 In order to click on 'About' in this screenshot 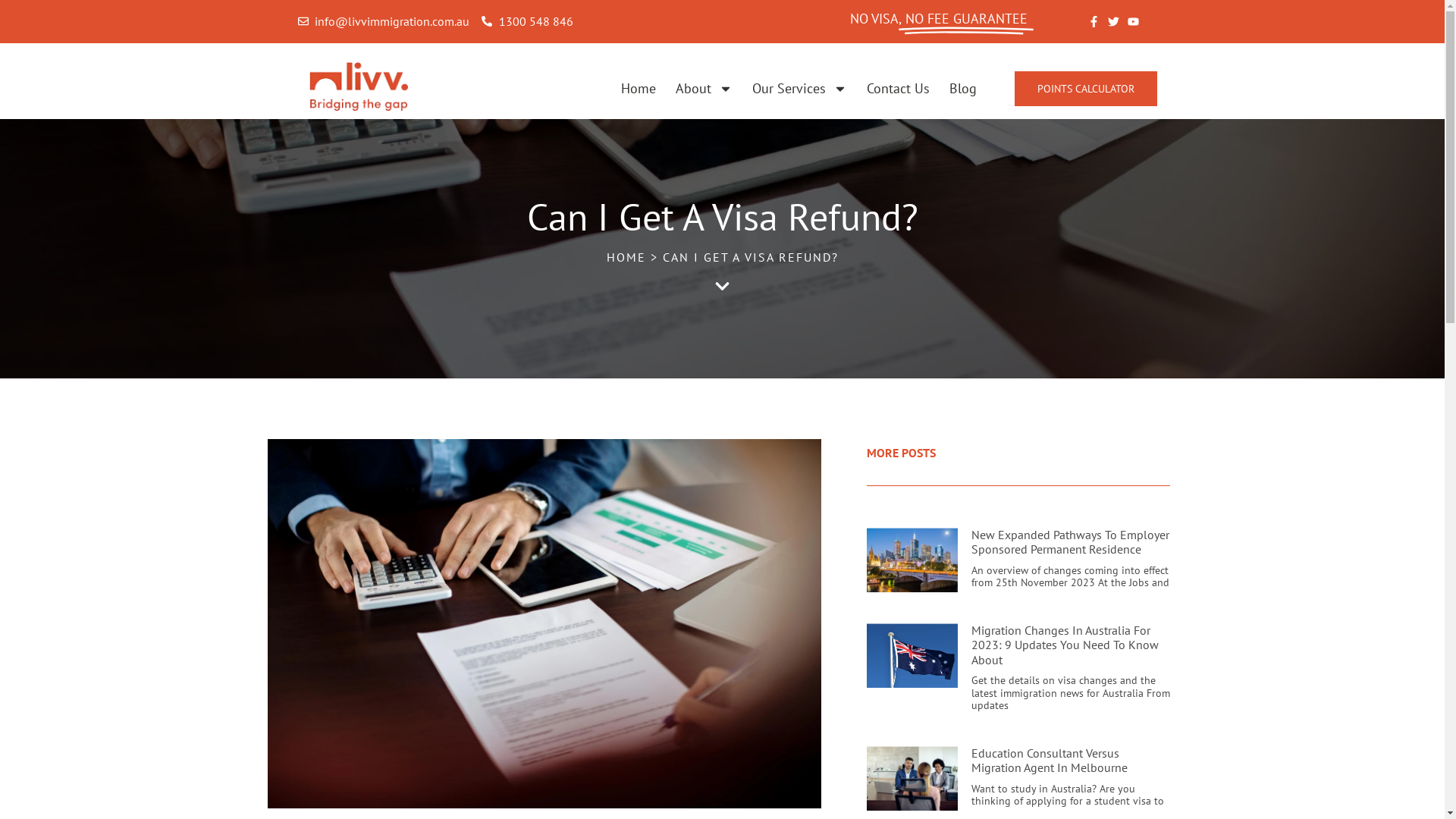, I will do `click(703, 89)`.